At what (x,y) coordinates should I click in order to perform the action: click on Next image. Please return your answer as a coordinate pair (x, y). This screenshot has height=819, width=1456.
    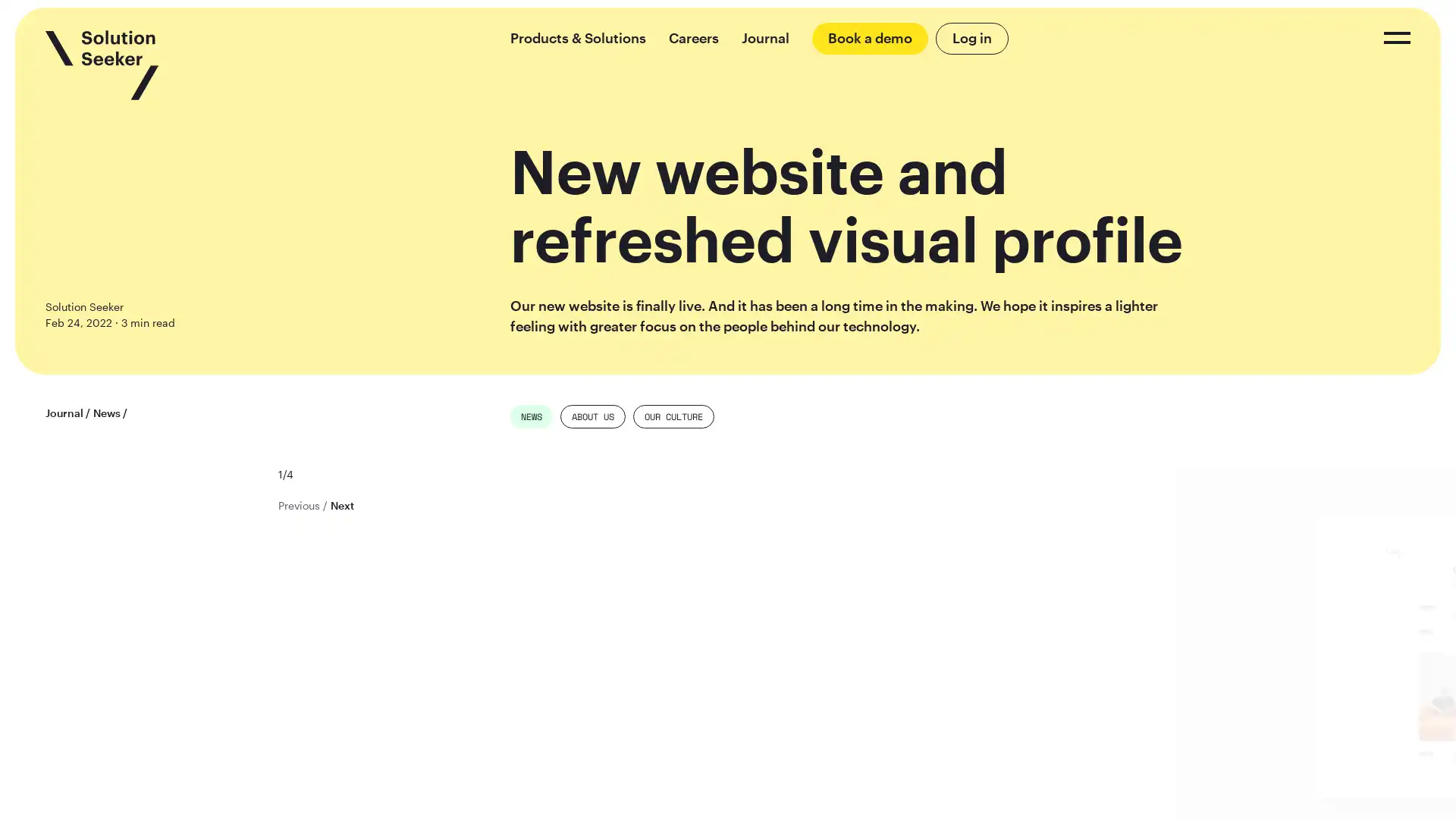
    Looking at the image, I should click on (340, 505).